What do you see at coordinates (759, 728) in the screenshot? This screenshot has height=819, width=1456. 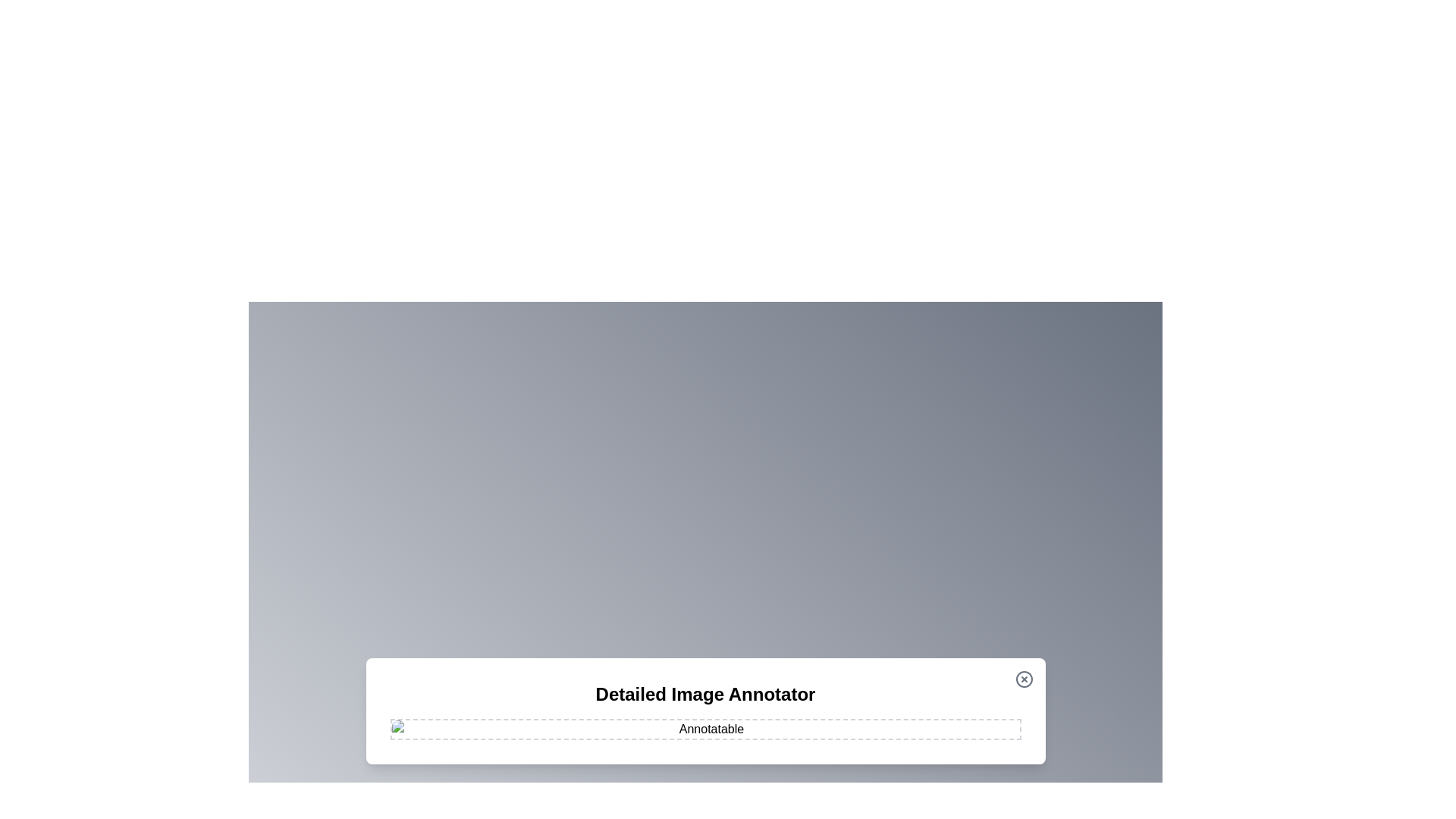 I see `the image at coordinates (1001, 962) to add an annotation` at bounding box center [759, 728].